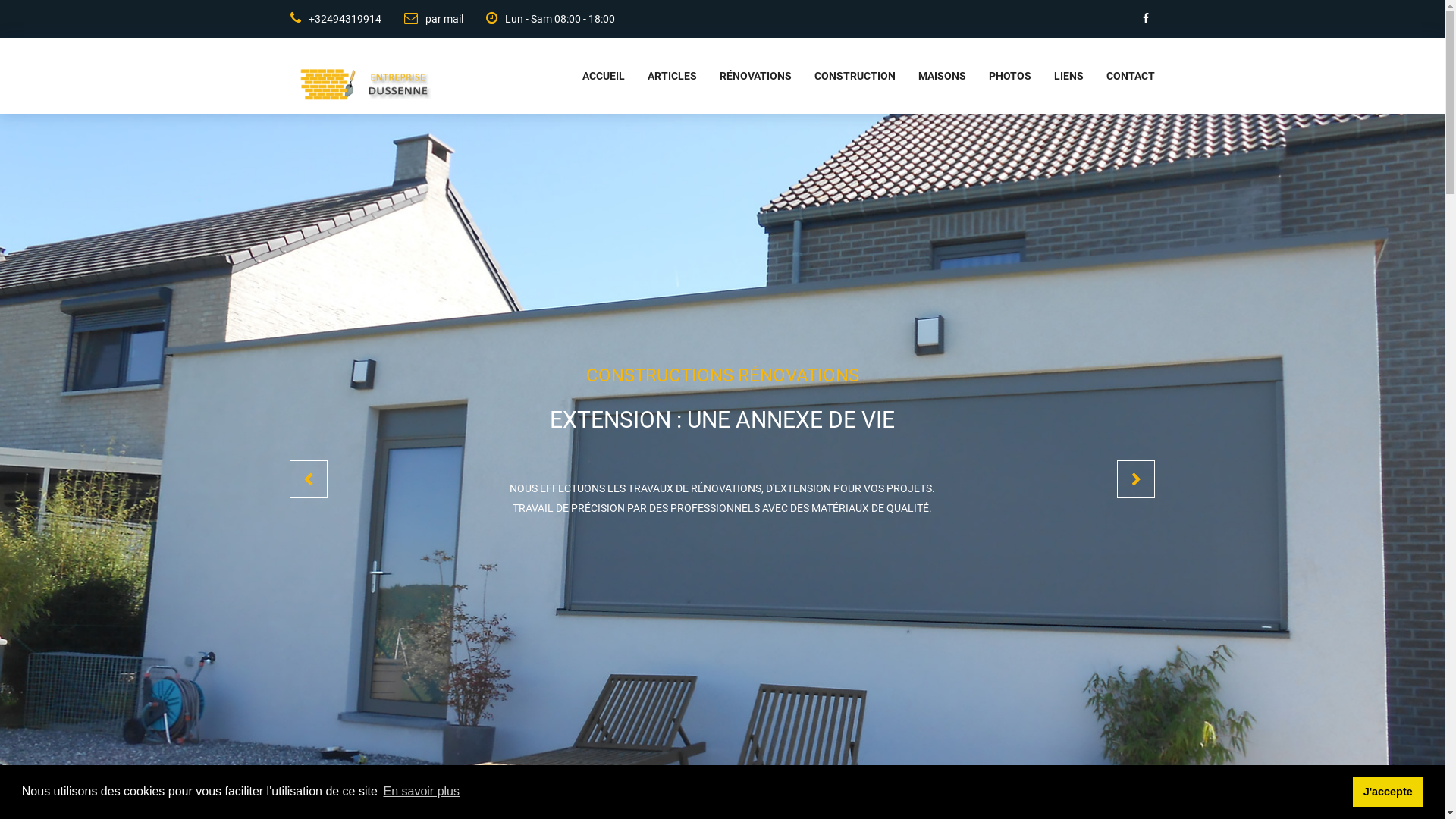 The width and height of the screenshot is (1456, 819). What do you see at coordinates (559, 76) in the screenshot?
I see `'ACCUEIL'` at bounding box center [559, 76].